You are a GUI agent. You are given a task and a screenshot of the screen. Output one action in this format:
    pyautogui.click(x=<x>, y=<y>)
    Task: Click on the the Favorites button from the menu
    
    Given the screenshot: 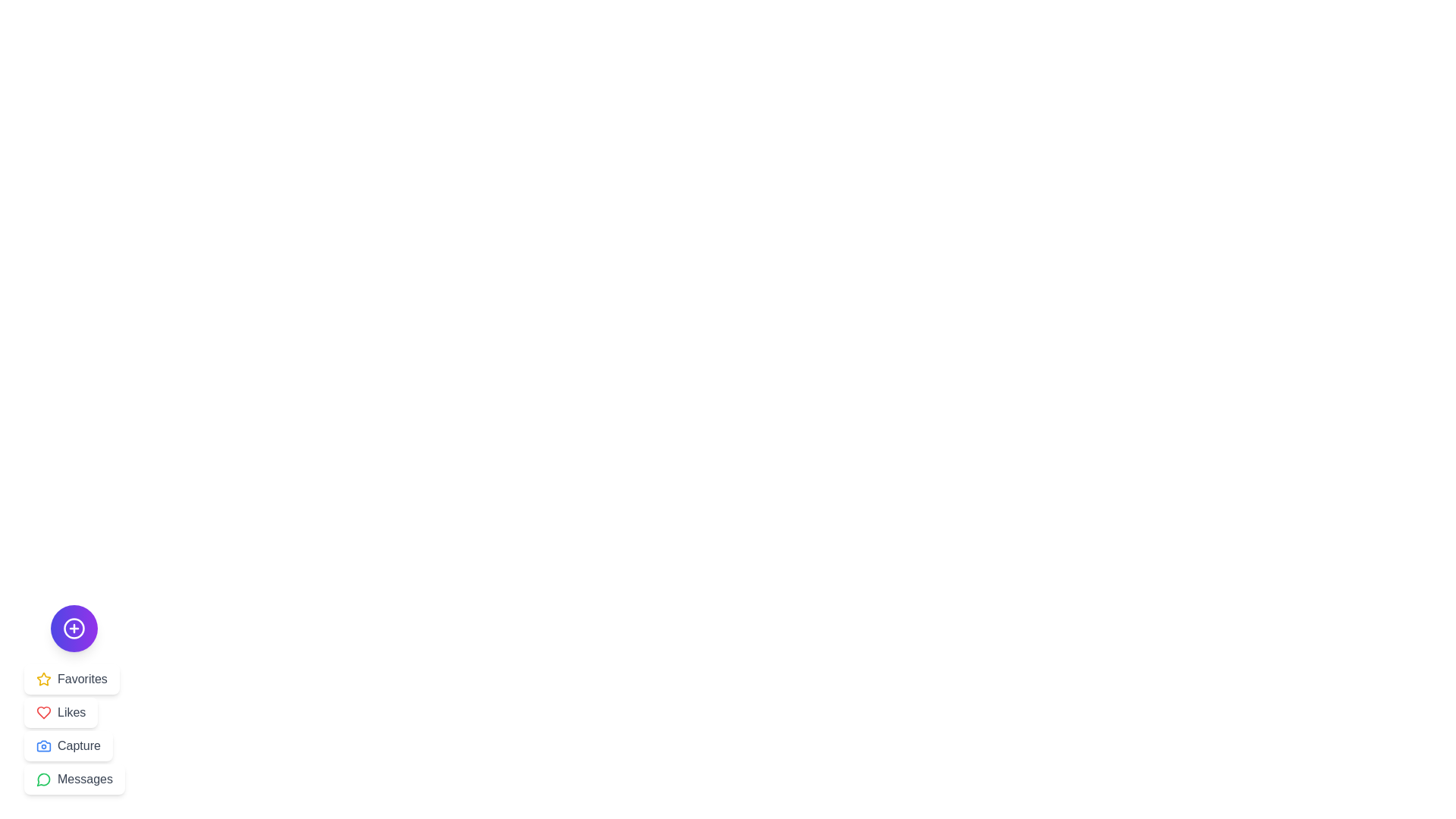 What is the action you would take?
    pyautogui.click(x=71, y=678)
    